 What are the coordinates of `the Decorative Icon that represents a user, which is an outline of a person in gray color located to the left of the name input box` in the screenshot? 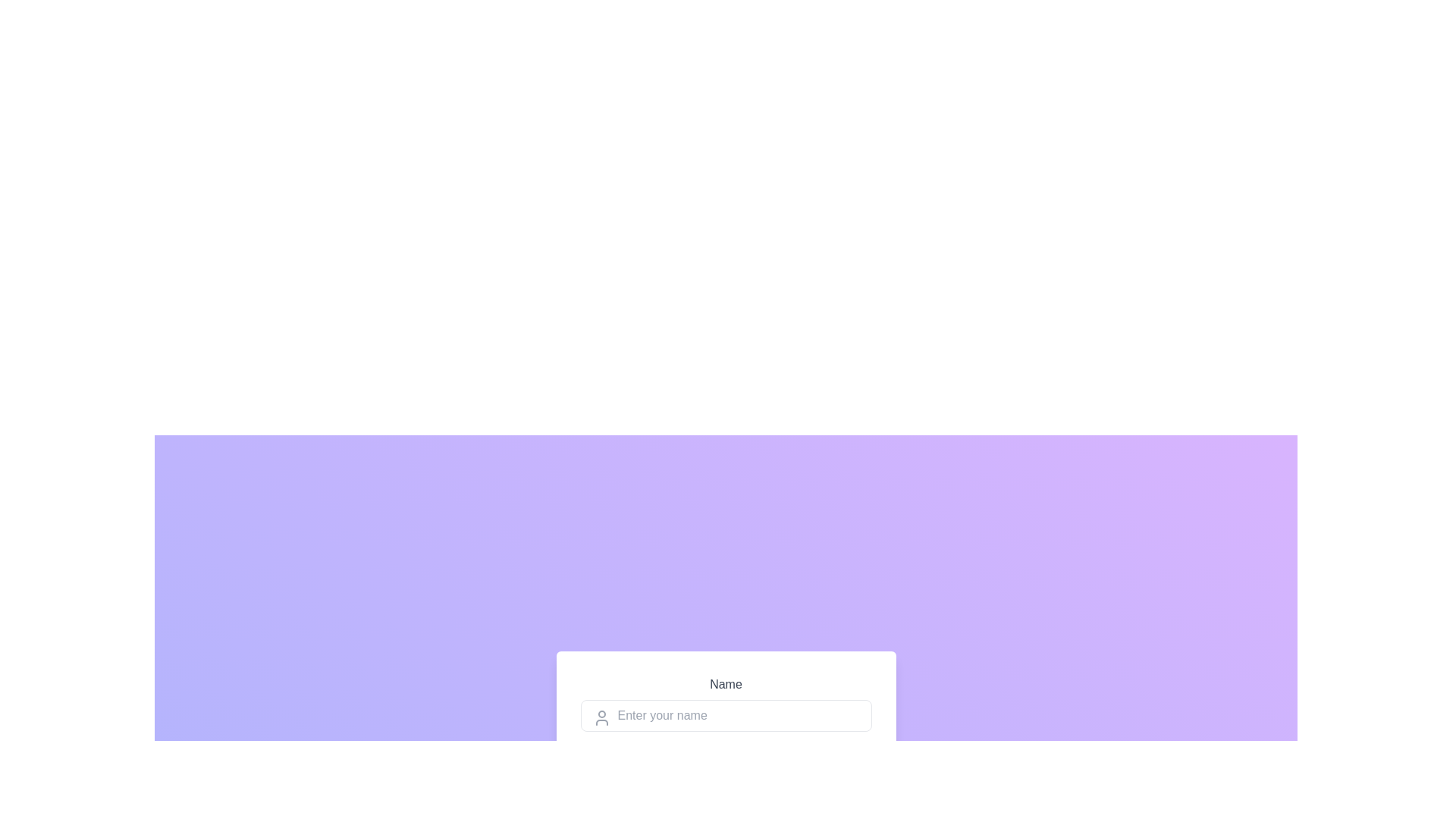 It's located at (601, 717).